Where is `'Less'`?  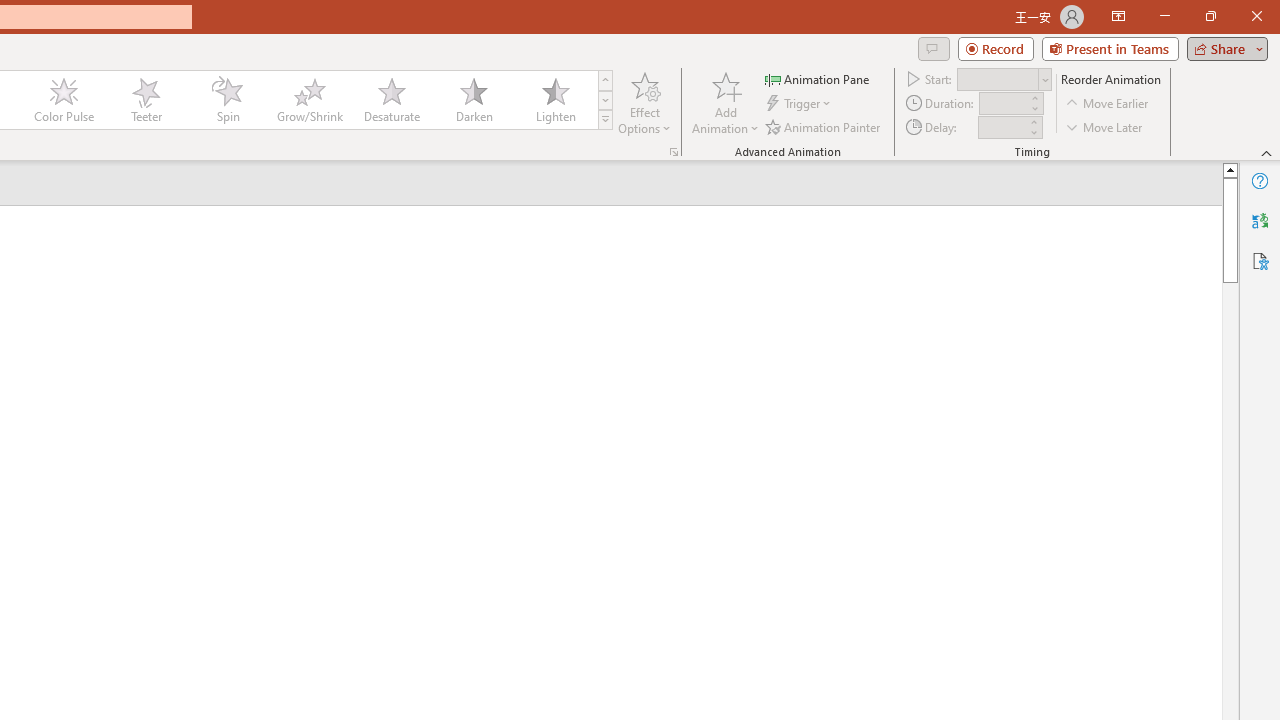
'Less' is located at coordinates (1033, 132).